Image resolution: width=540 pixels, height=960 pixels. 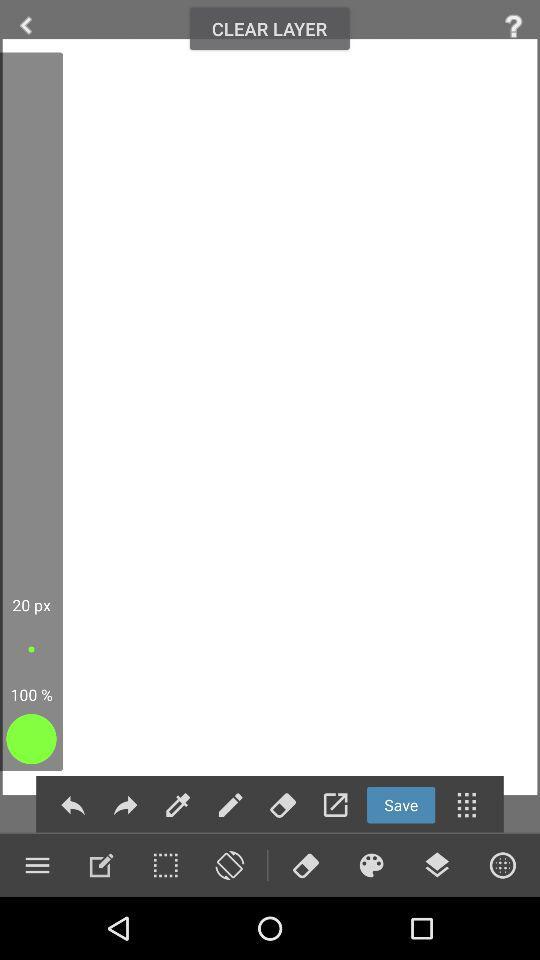 What do you see at coordinates (436, 864) in the screenshot?
I see `layers` at bounding box center [436, 864].